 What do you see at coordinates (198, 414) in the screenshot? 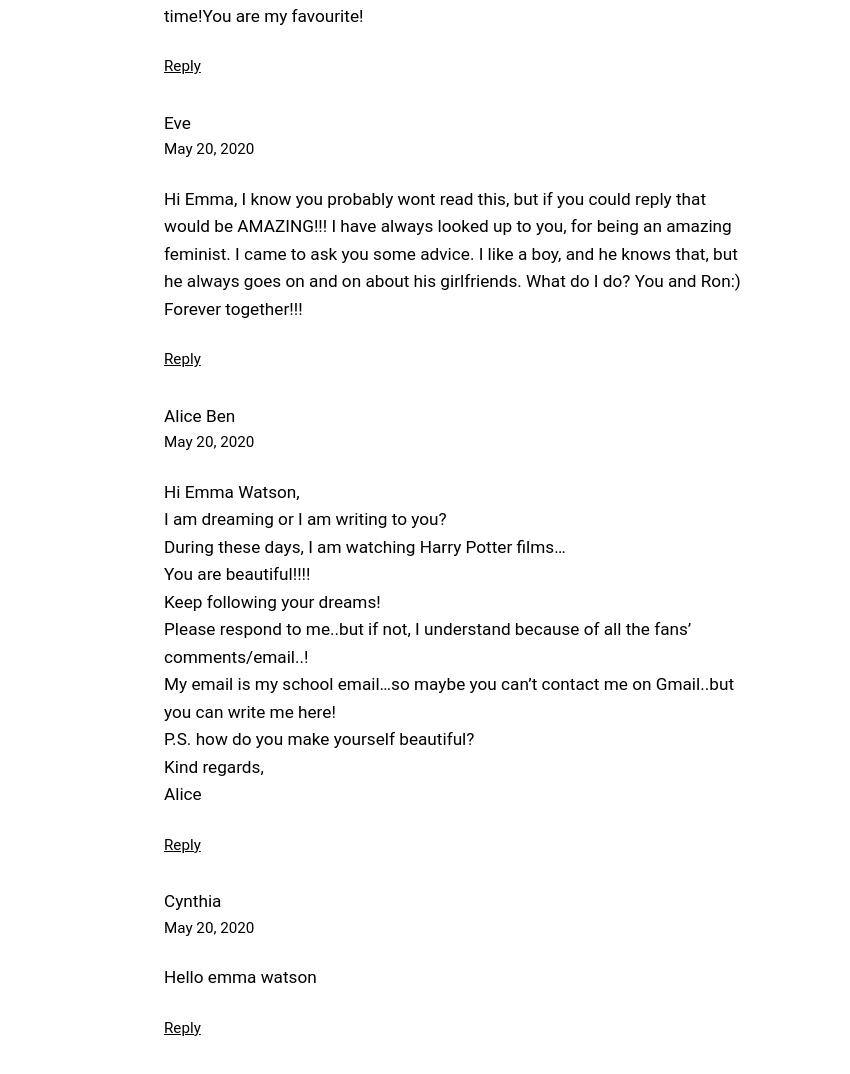
I see `'Alice Ben'` at bounding box center [198, 414].